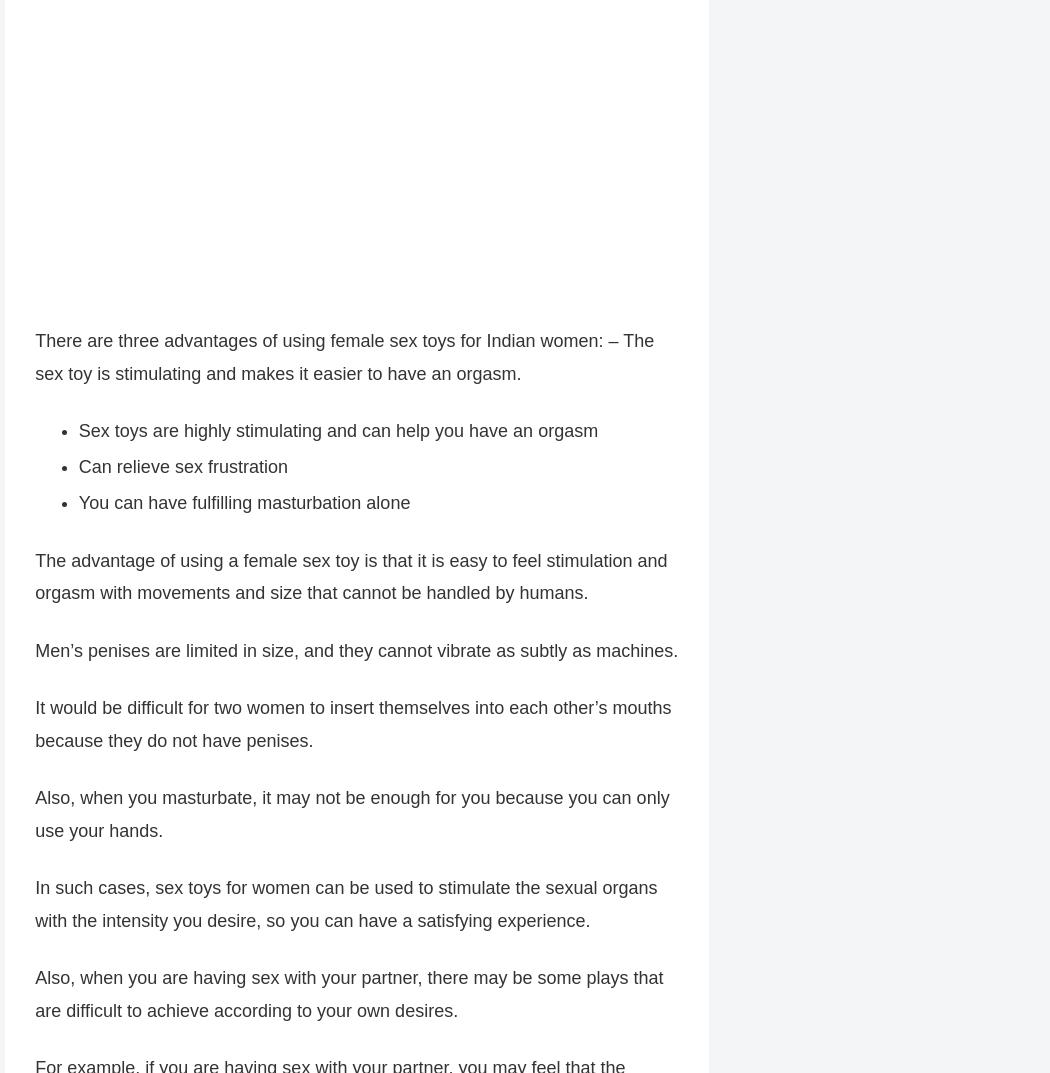 This screenshot has width=1050, height=1073. Describe the element at coordinates (182, 469) in the screenshot. I see `'Can relieve sex frustration'` at that location.